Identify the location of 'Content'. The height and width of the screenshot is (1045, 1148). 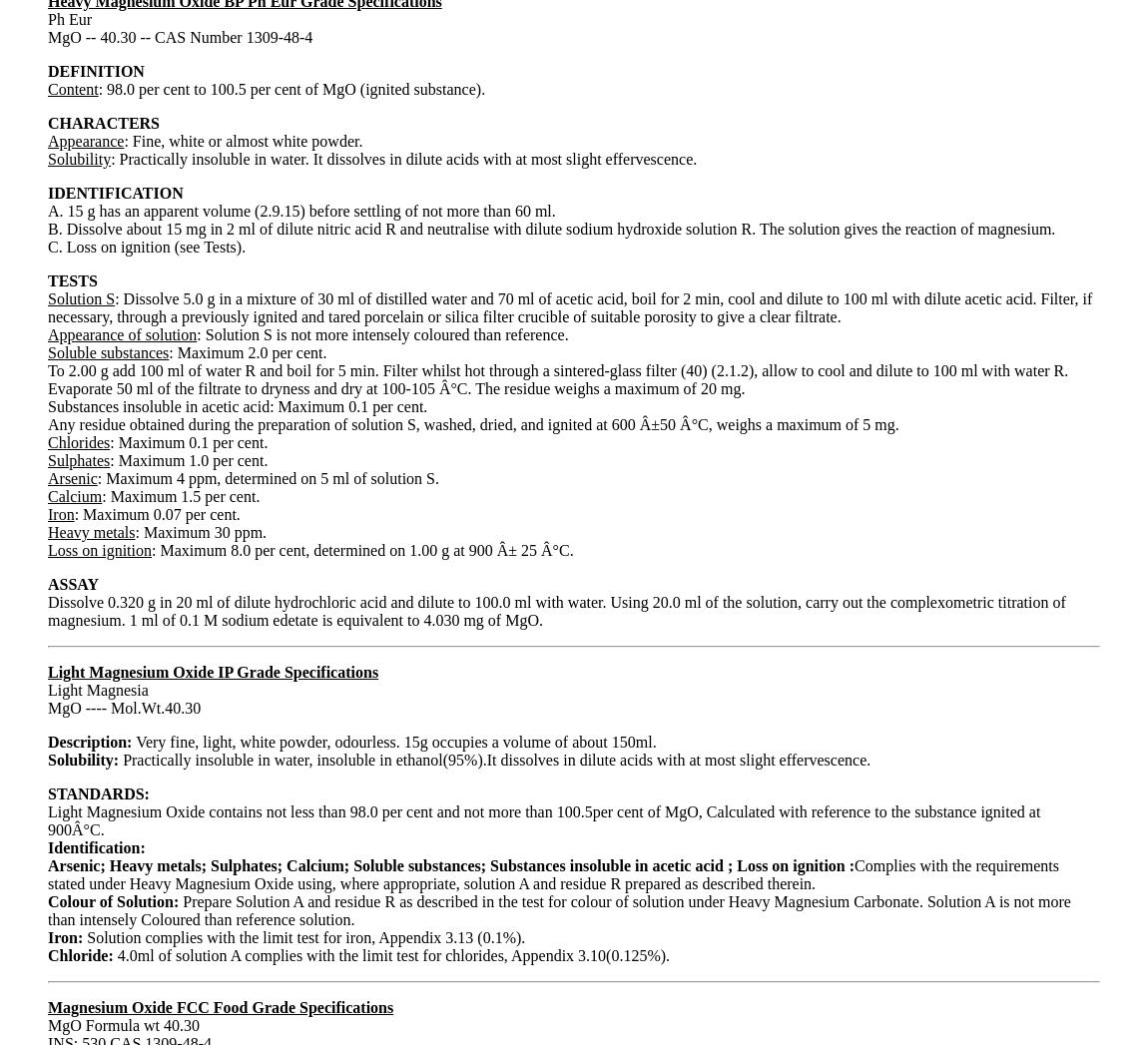
(72, 88).